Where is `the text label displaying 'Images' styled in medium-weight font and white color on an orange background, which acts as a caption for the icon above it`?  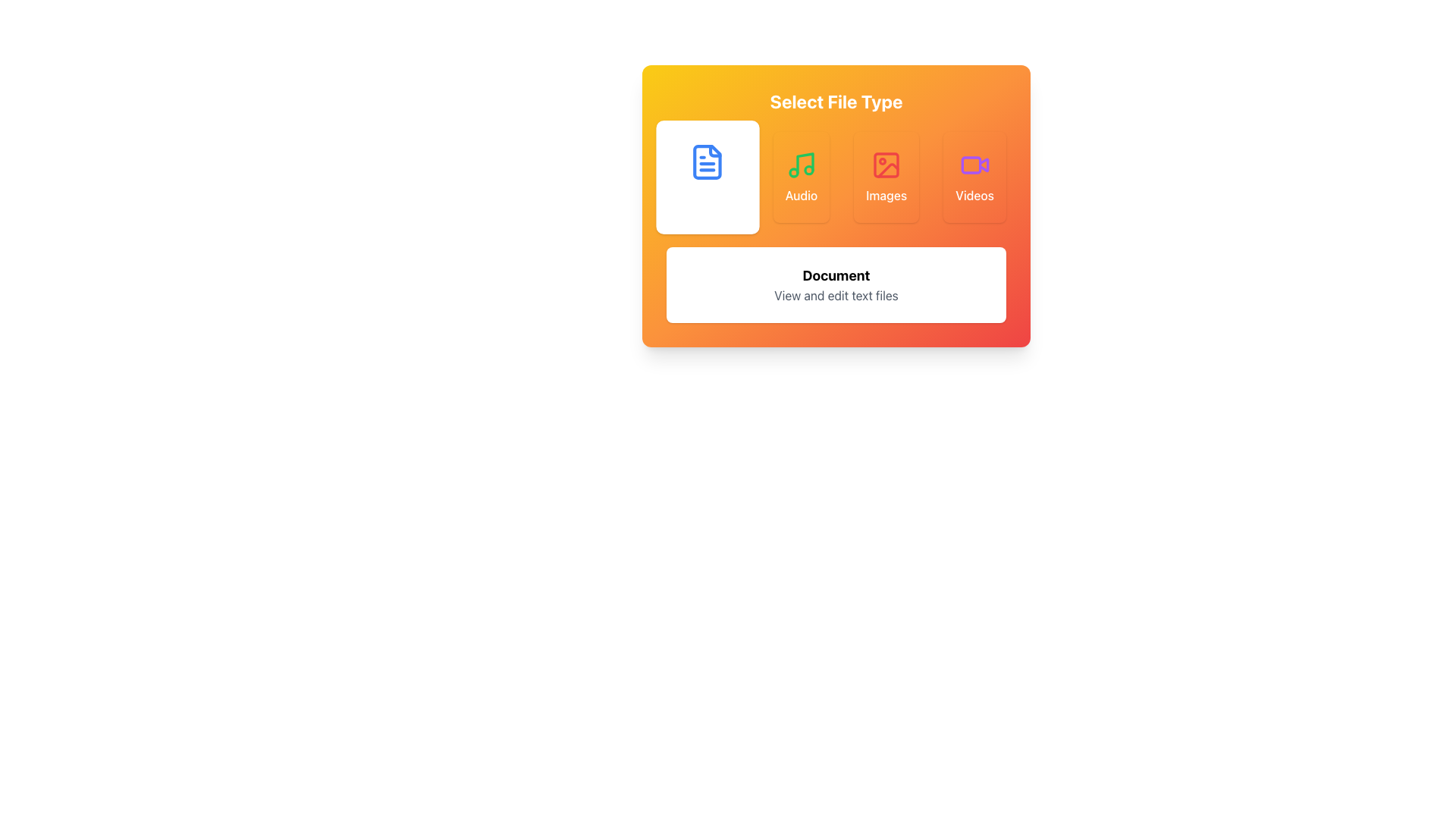 the text label displaying 'Images' styled in medium-weight font and white color on an orange background, which acts as a caption for the icon above it is located at coordinates (886, 195).